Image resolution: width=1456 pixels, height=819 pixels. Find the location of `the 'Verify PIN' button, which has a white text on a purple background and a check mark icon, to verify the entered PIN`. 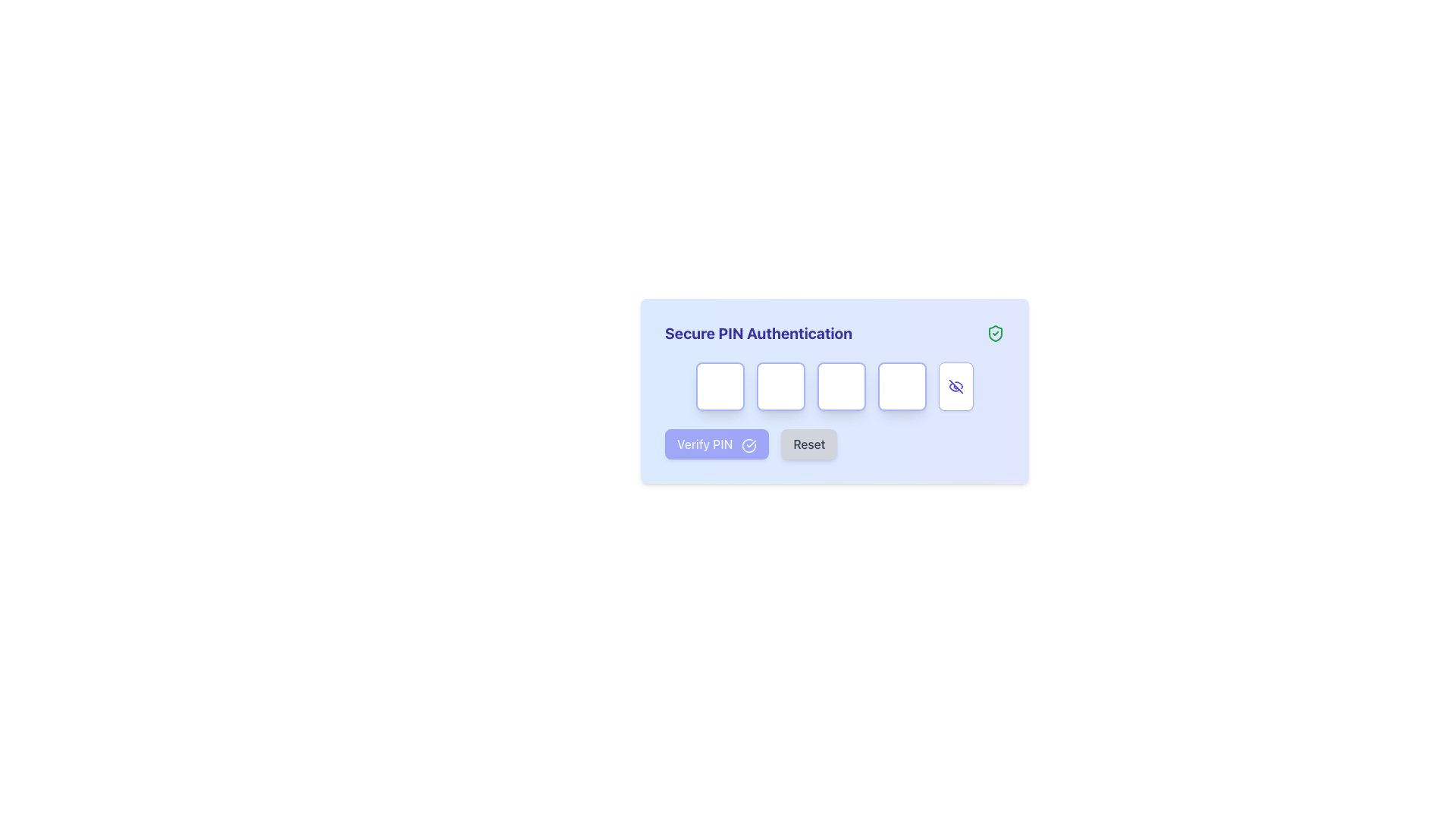

the 'Verify PIN' button, which has a white text on a purple background and a check mark icon, to verify the entered PIN is located at coordinates (716, 444).